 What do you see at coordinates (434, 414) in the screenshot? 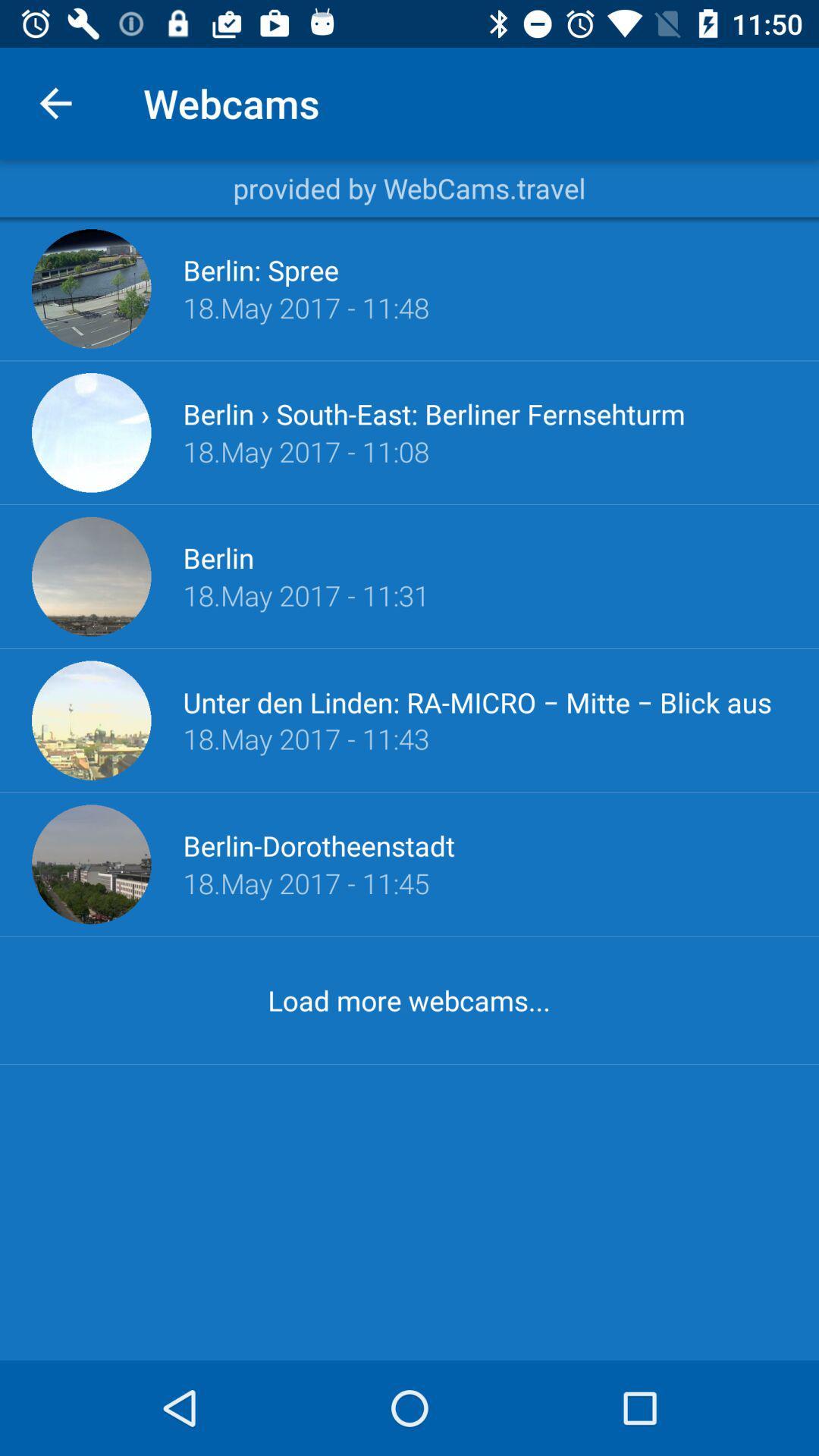
I see `the icon above 18 may 2017 item` at bounding box center [434, 414].